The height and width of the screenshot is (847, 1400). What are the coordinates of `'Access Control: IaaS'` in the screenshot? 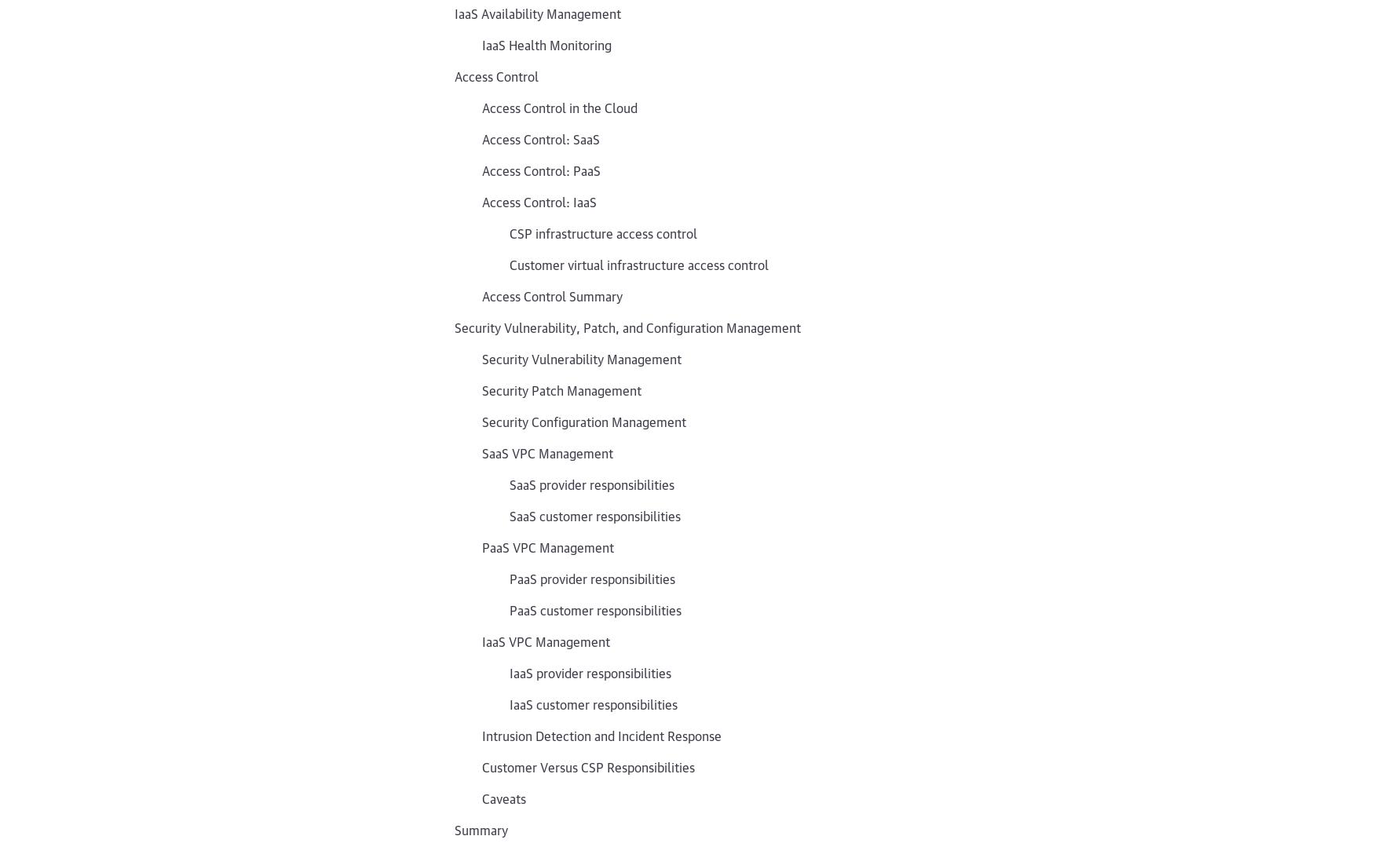 It's located at (539, 201).